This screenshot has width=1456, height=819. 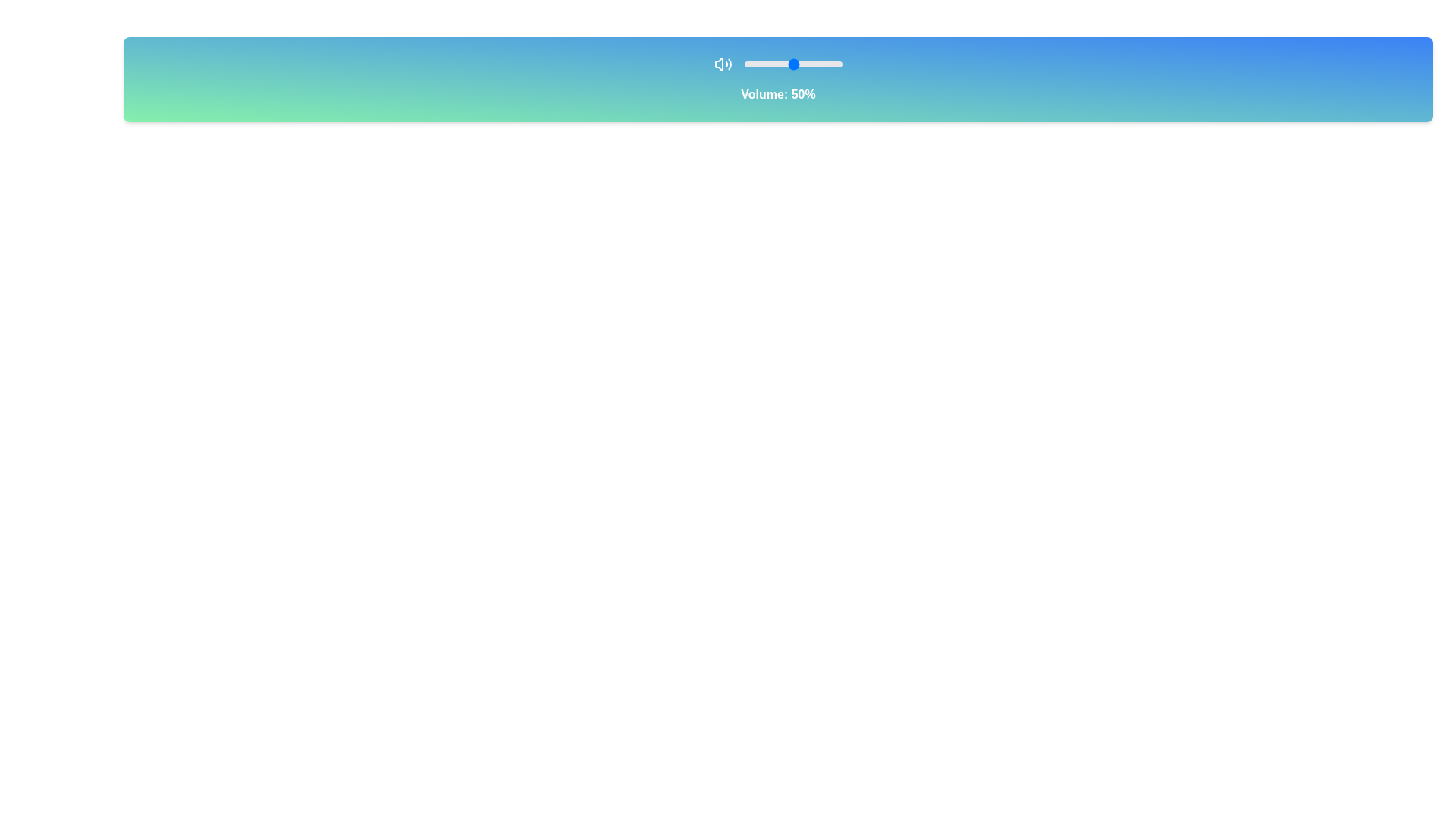 What do you see at coordinates (773, 63) in the screenshot?
I see `the slider` at bounding box center [773, 63].